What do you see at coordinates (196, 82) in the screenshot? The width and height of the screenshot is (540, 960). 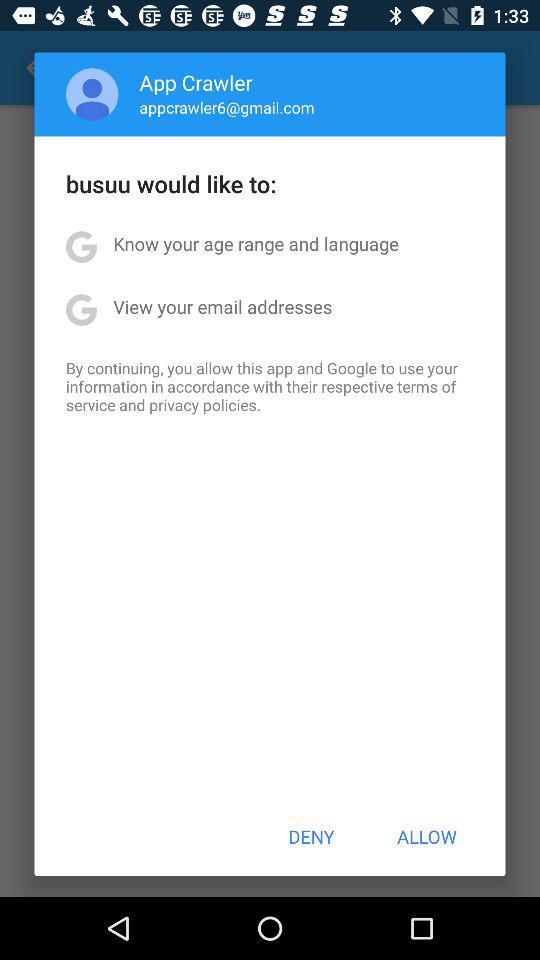 I see `the icon above the appcrawler6@gmail.com` at bounding box center [196, 82].